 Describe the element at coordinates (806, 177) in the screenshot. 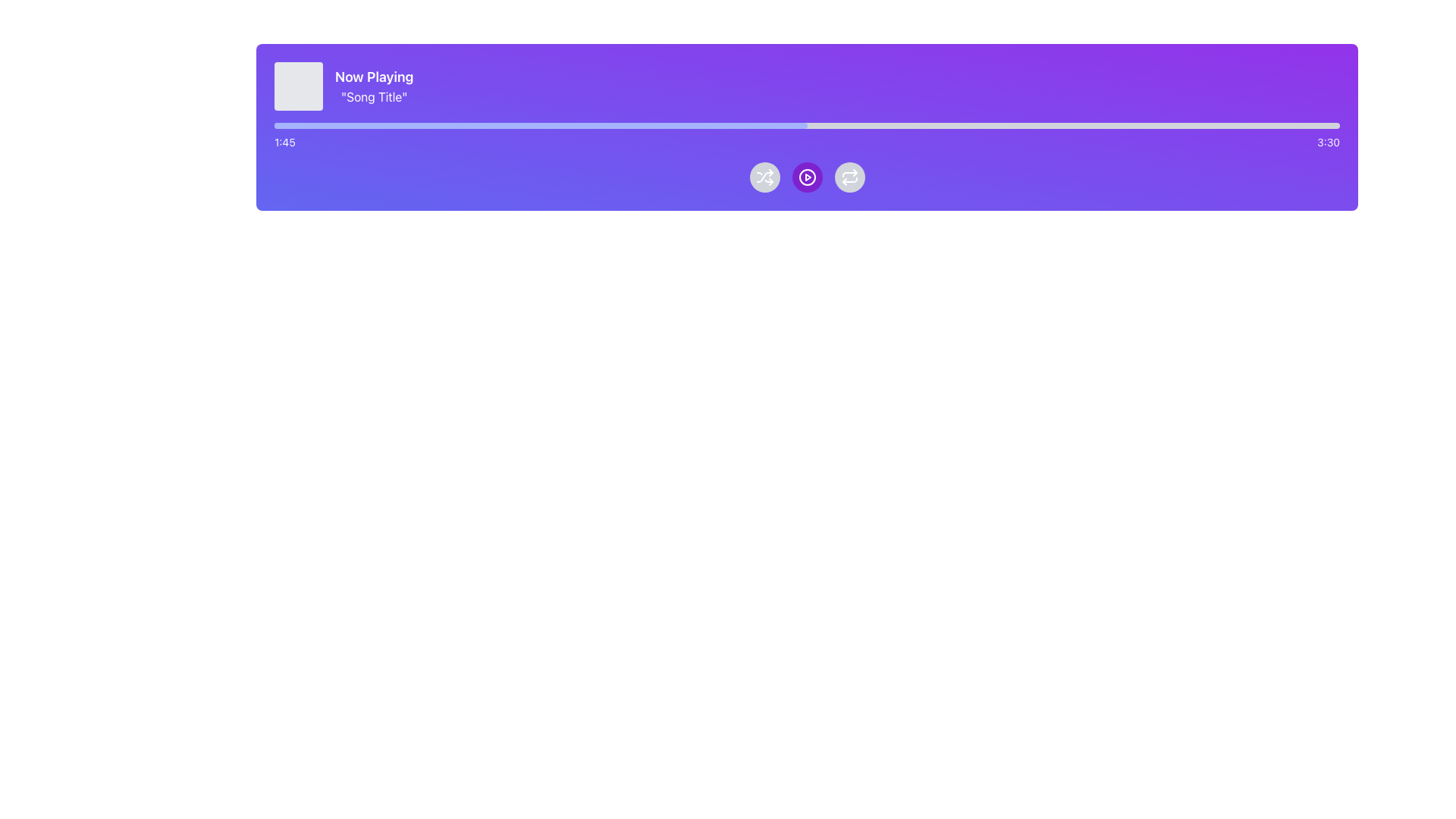

I see `the middle play button in the music player interface` at that location.